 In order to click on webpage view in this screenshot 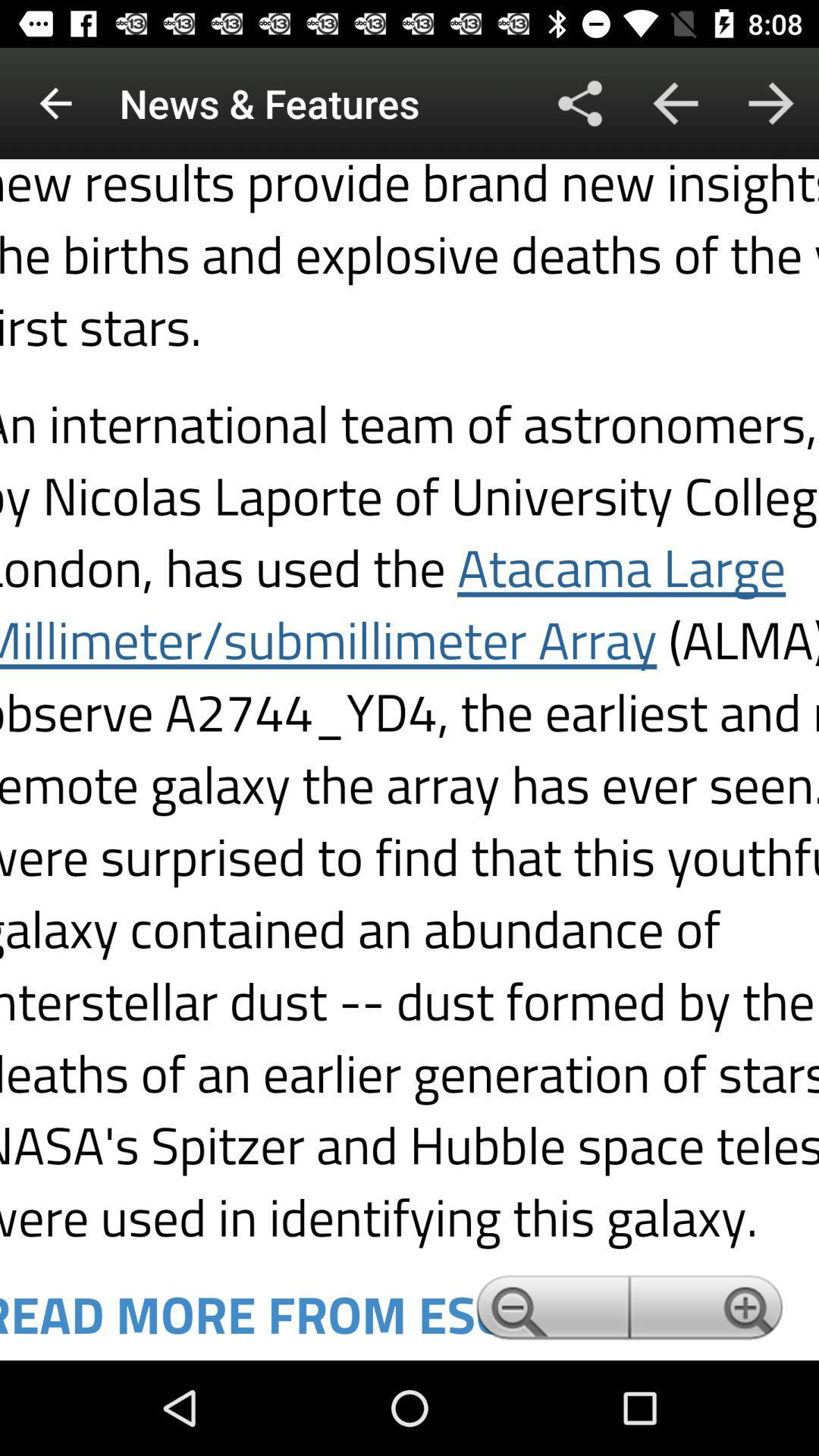, I will do `click(409, 760)`.